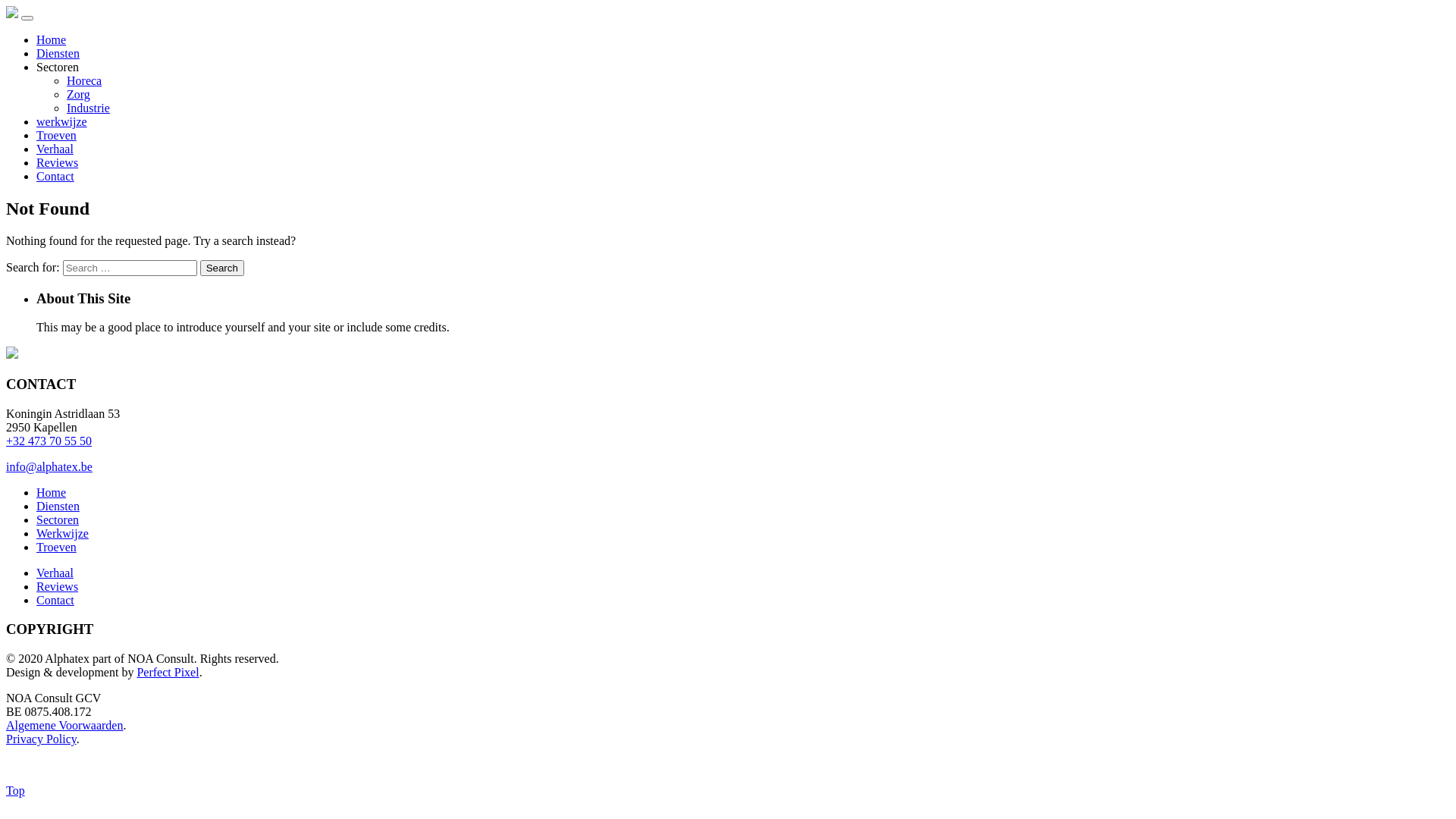  I want to click on 'Home', so click(51, 39).